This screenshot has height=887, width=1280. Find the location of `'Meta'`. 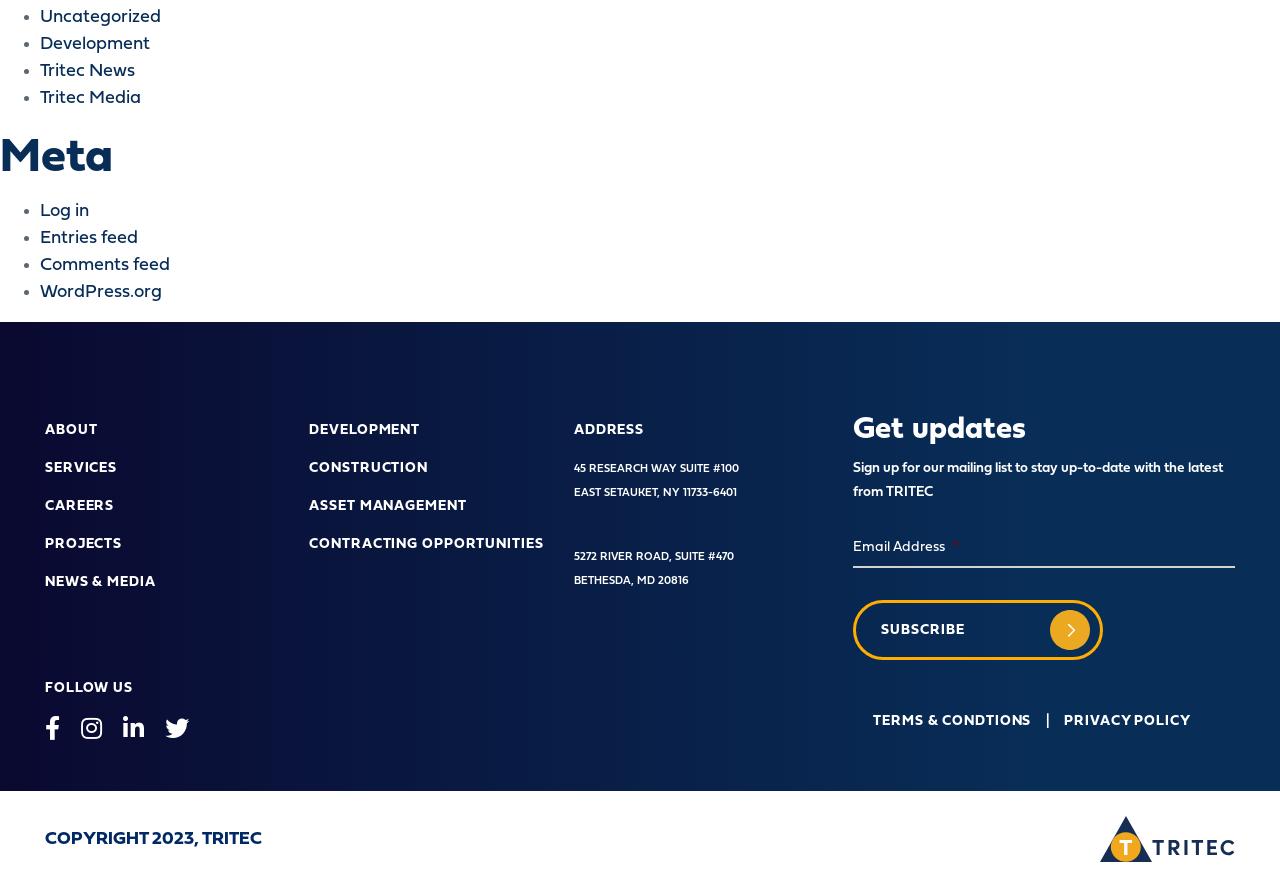

'Meta' is located at coordinates (56, 156).